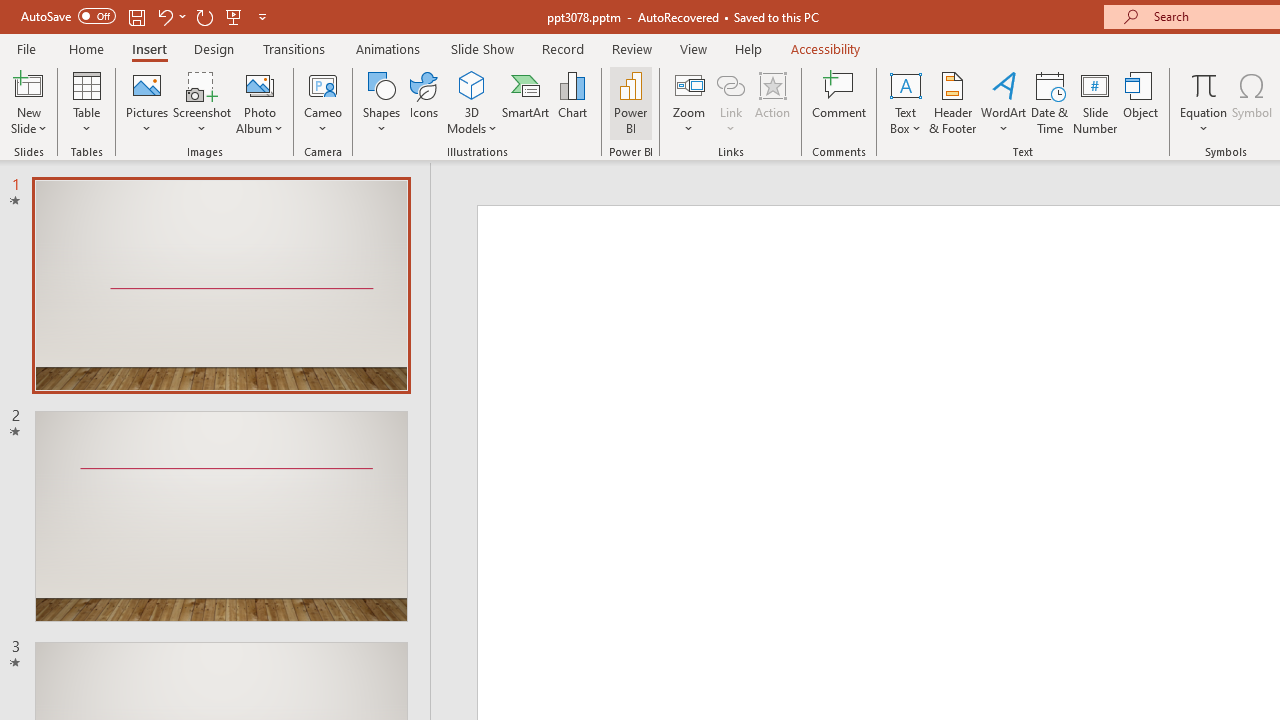 The width and height of the screenshot is (1280, 720). I want to click on 'Cameo', so click(323, 84).